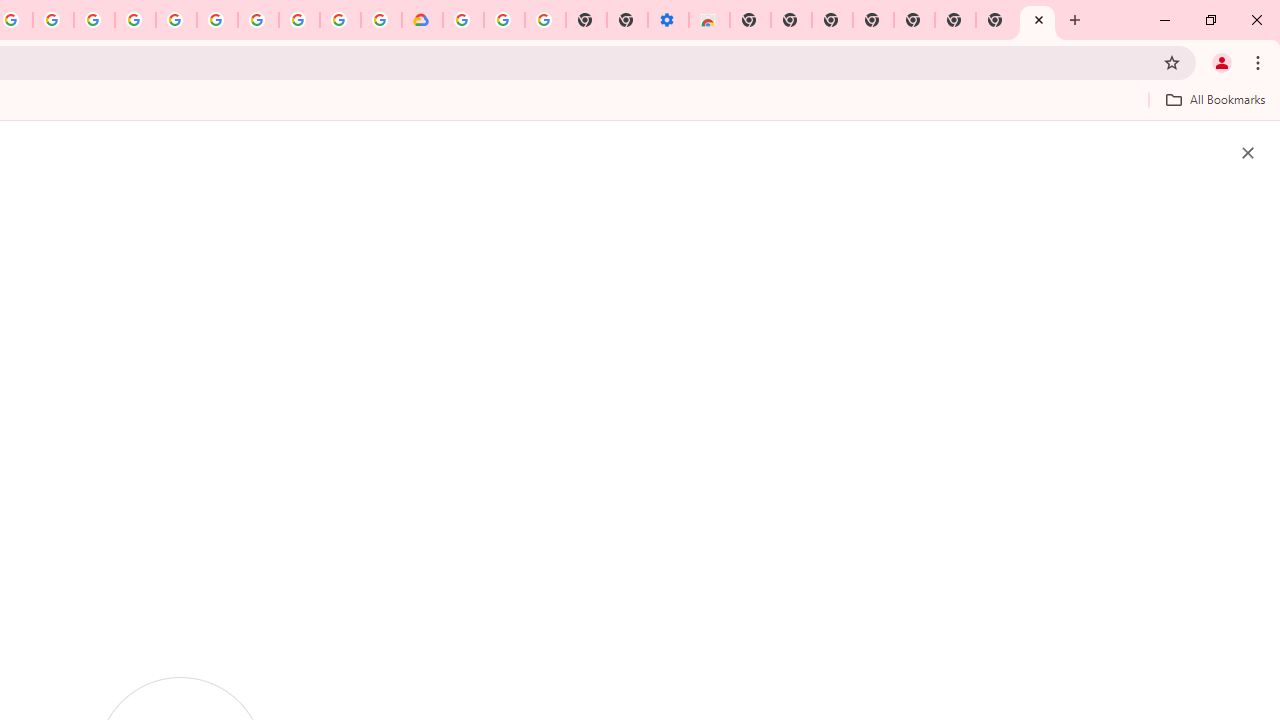 This screenshot has width=1280, height=720. What do you see at coordinates (709, 20) in the screenshot?
I see `'Chrome Web Store - Accessibility extensions'` at bounding box center [709, 20].